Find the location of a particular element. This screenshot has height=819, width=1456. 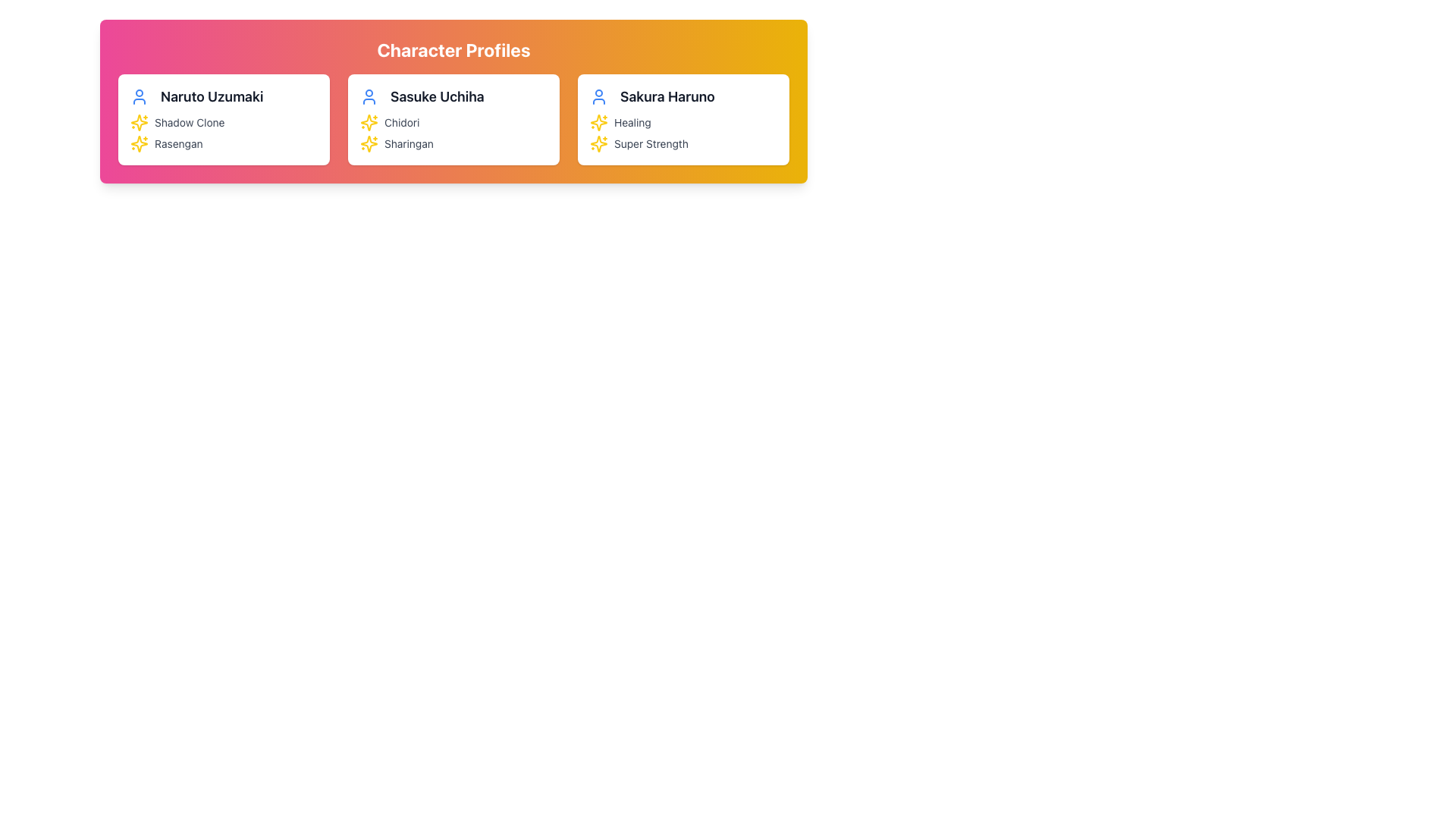

the first star-shaped icon below the name of the character 'Naruto Uzumaki', which symbolizes an attribute or ability associated with the profile is located at coordinates (139, 143).